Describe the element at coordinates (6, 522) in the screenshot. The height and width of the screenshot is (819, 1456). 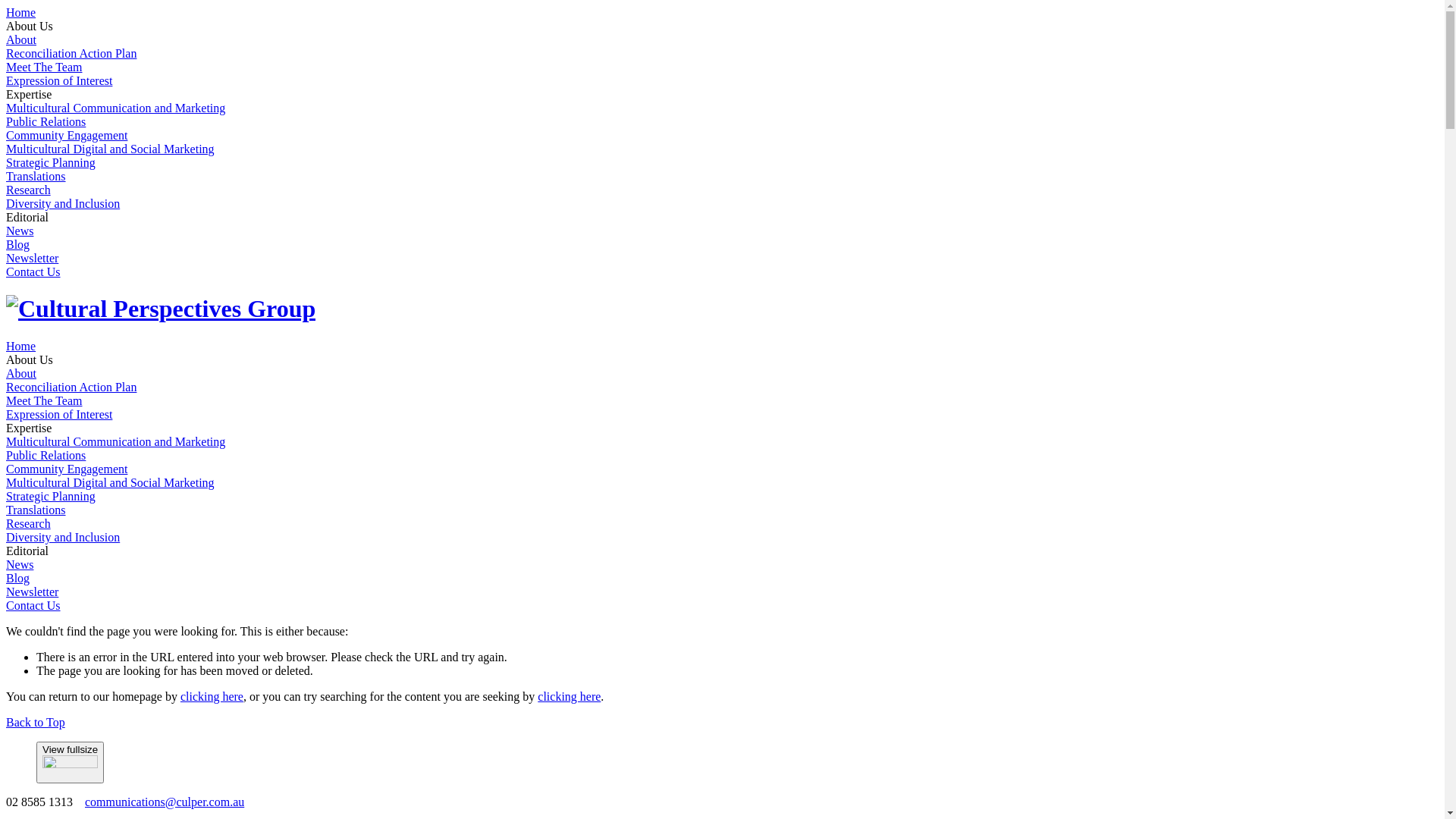
I see `'Research'` at that location.